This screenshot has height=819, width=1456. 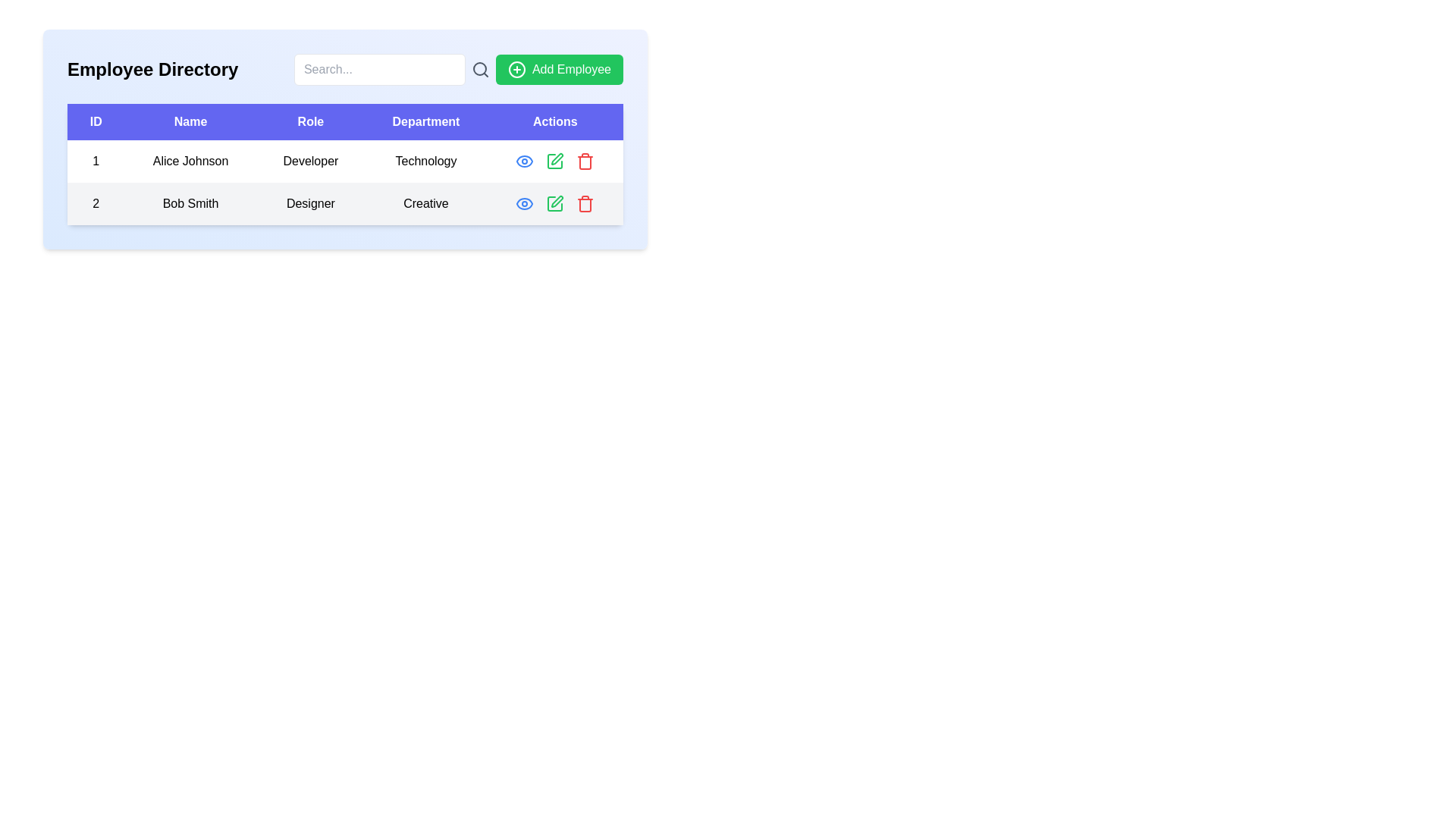 I want to click on the text label displaying the employee name 'Bob Smith' in the second row of the 'Employee Directory' table, located between the 'ID' field and the 'Role' field, so click(x=190, y=203).